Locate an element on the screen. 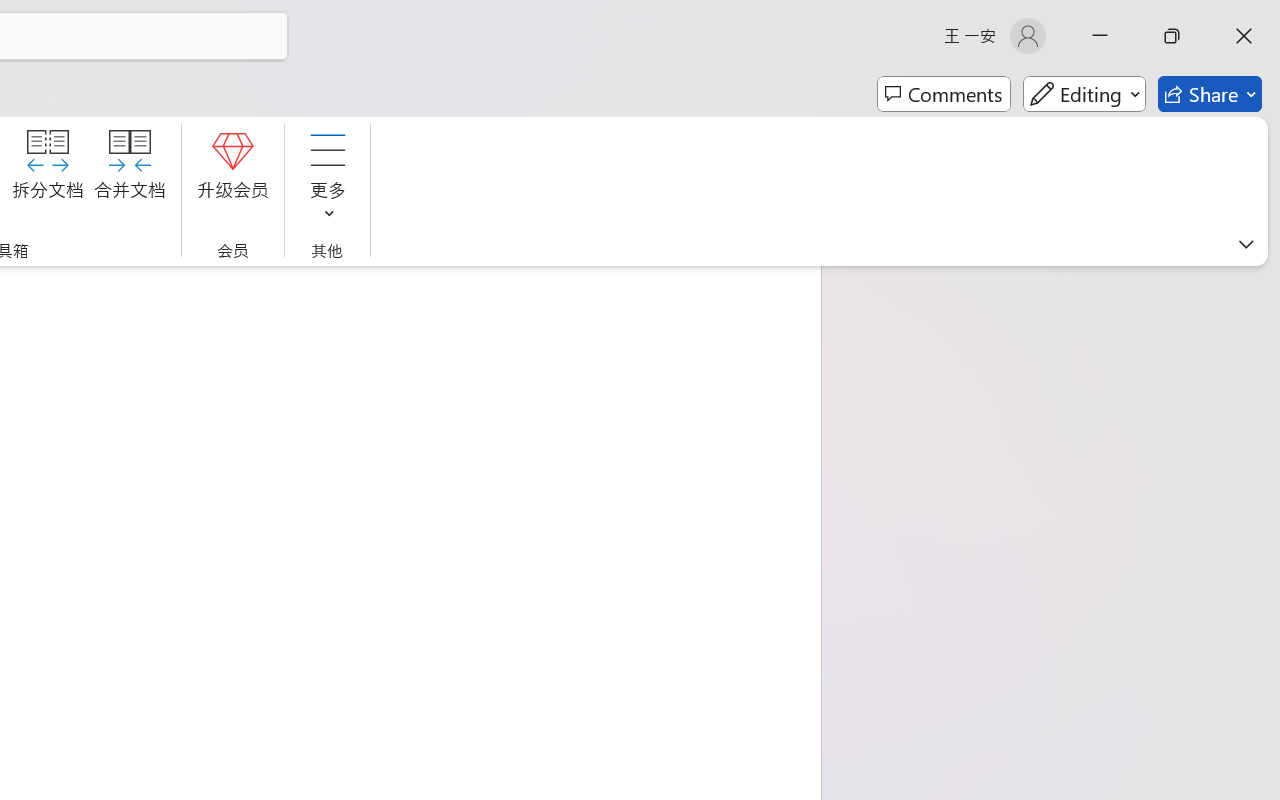 The image size is (1280, 800). 'Mode' is located at coordinates (1083, 94).